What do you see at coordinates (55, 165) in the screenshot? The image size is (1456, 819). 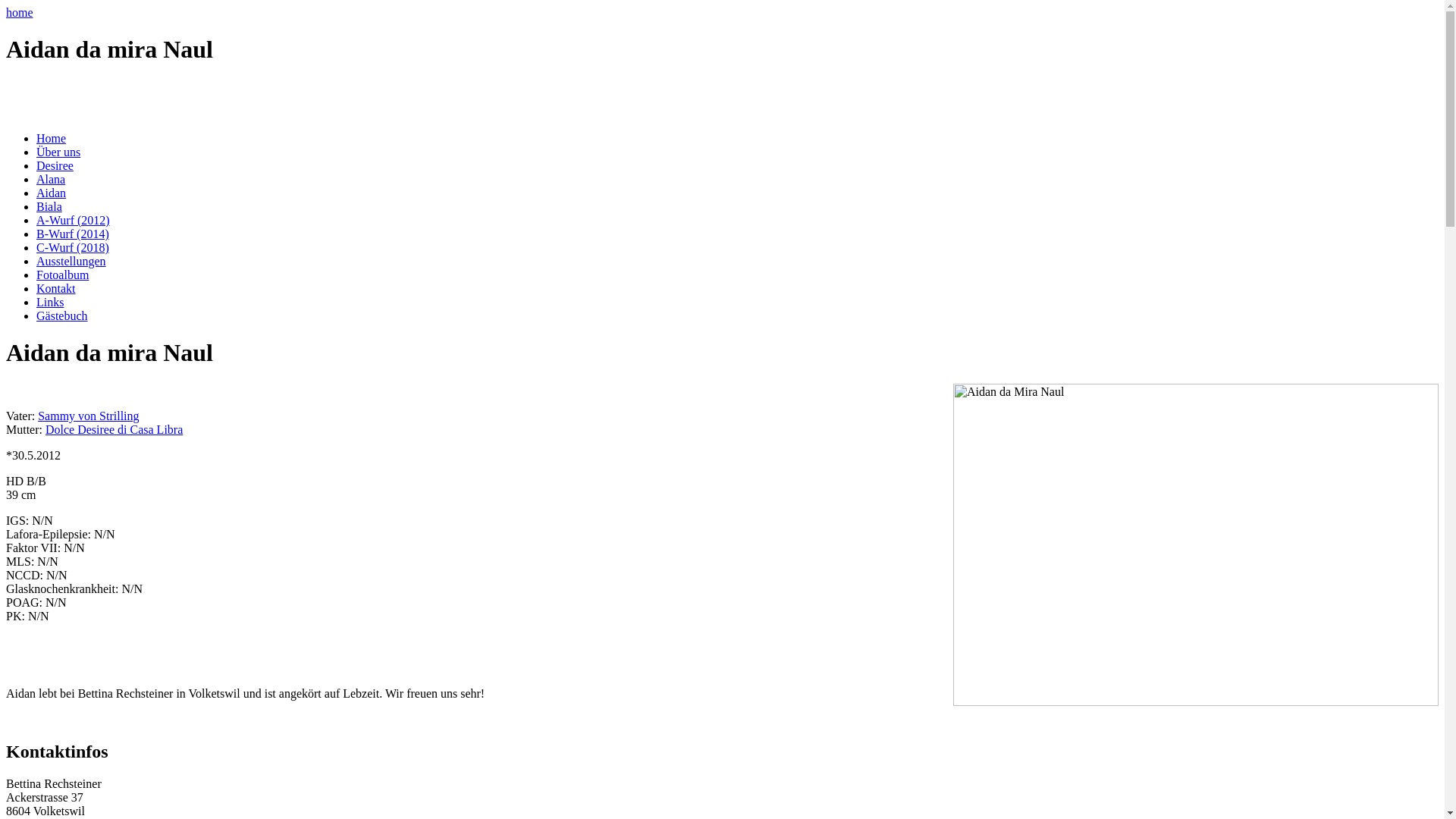 I see `'Desiree'` at bounding box center [55, 165].